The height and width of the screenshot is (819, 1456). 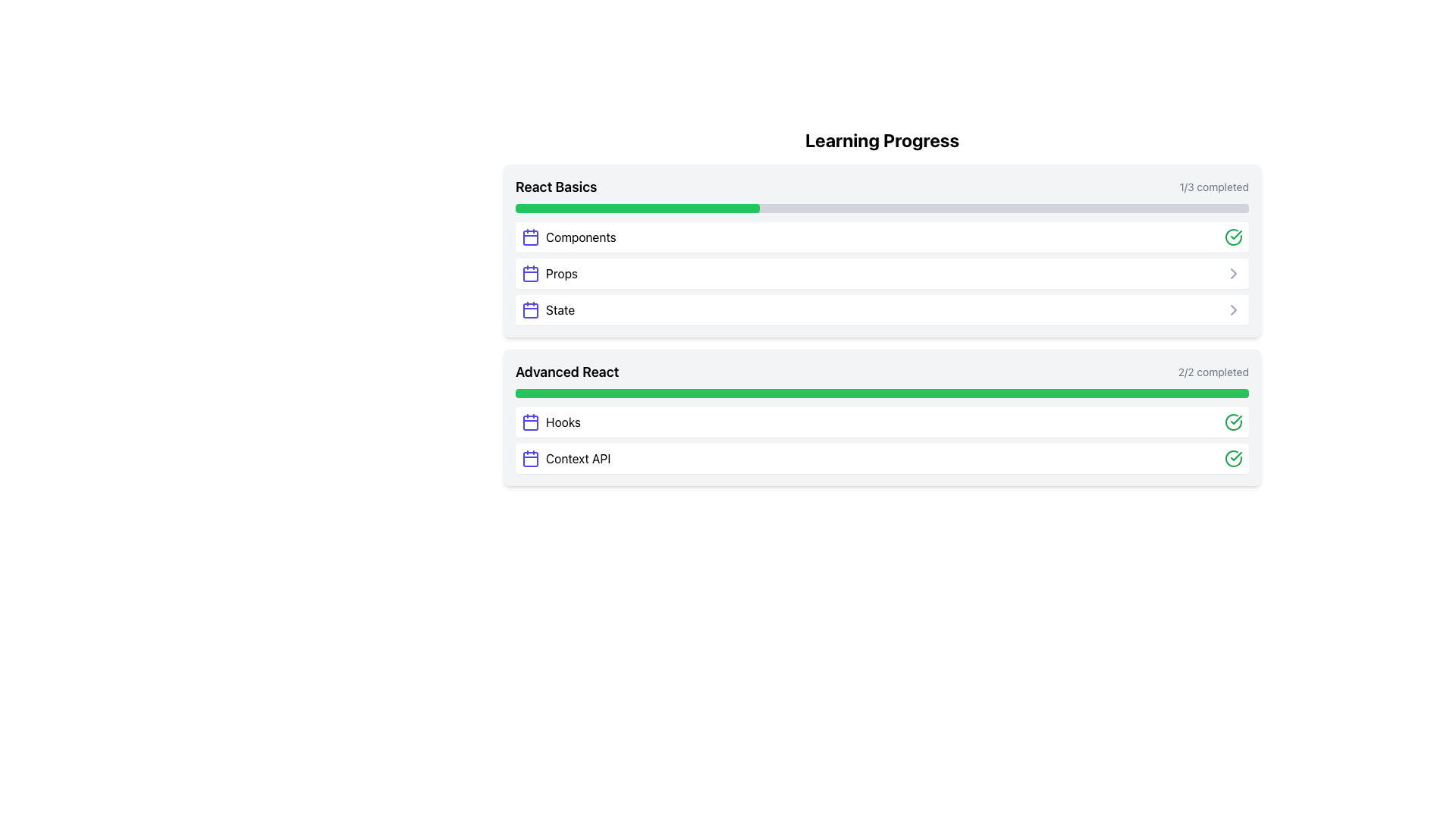 I want to click on the calendar icon associated with the 'State' item in the 'React Basics' section of the 'Learning Progress' interface, so click(x=531, y=309).